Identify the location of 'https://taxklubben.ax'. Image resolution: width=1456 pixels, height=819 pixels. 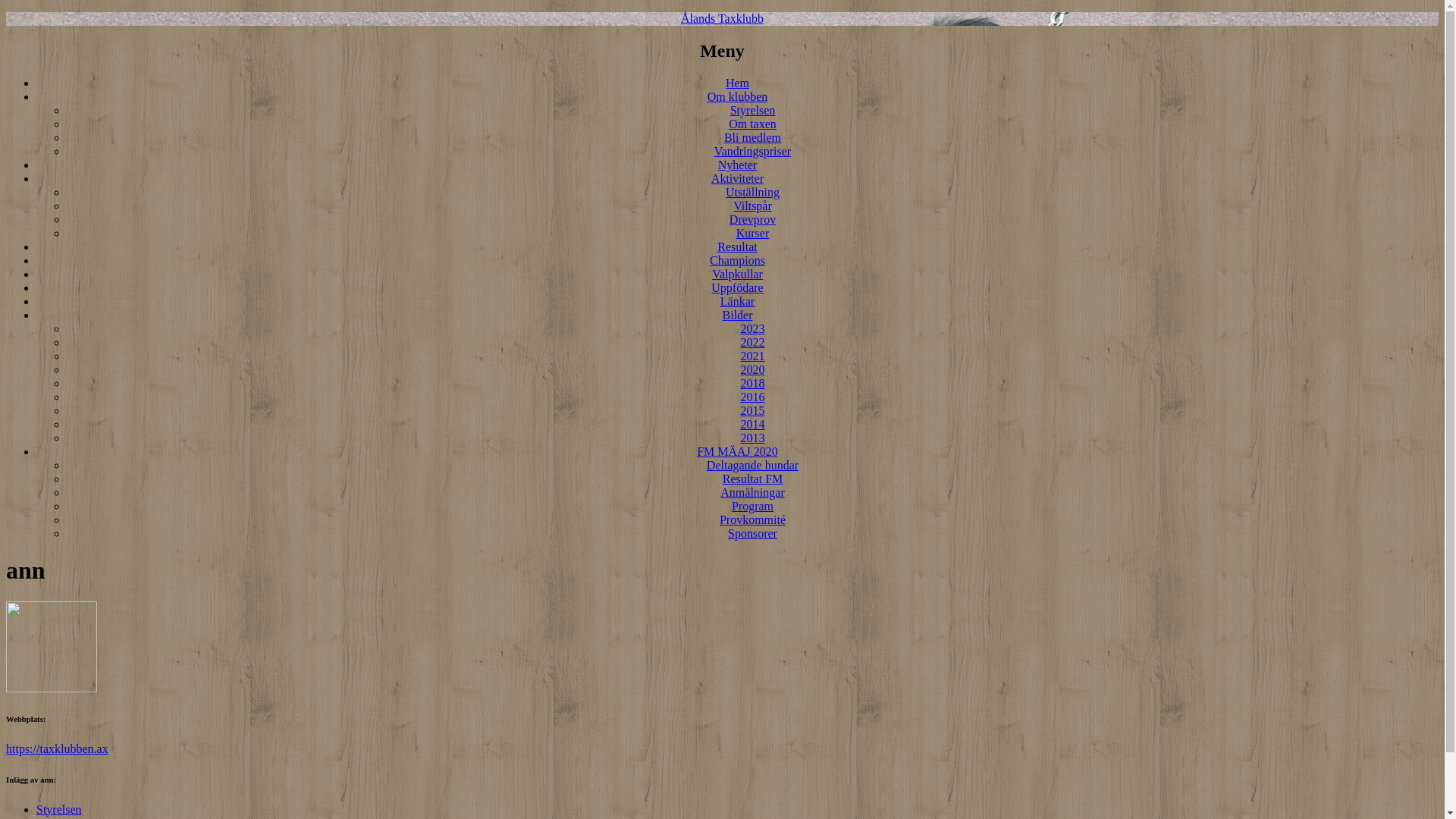
(57, 748).